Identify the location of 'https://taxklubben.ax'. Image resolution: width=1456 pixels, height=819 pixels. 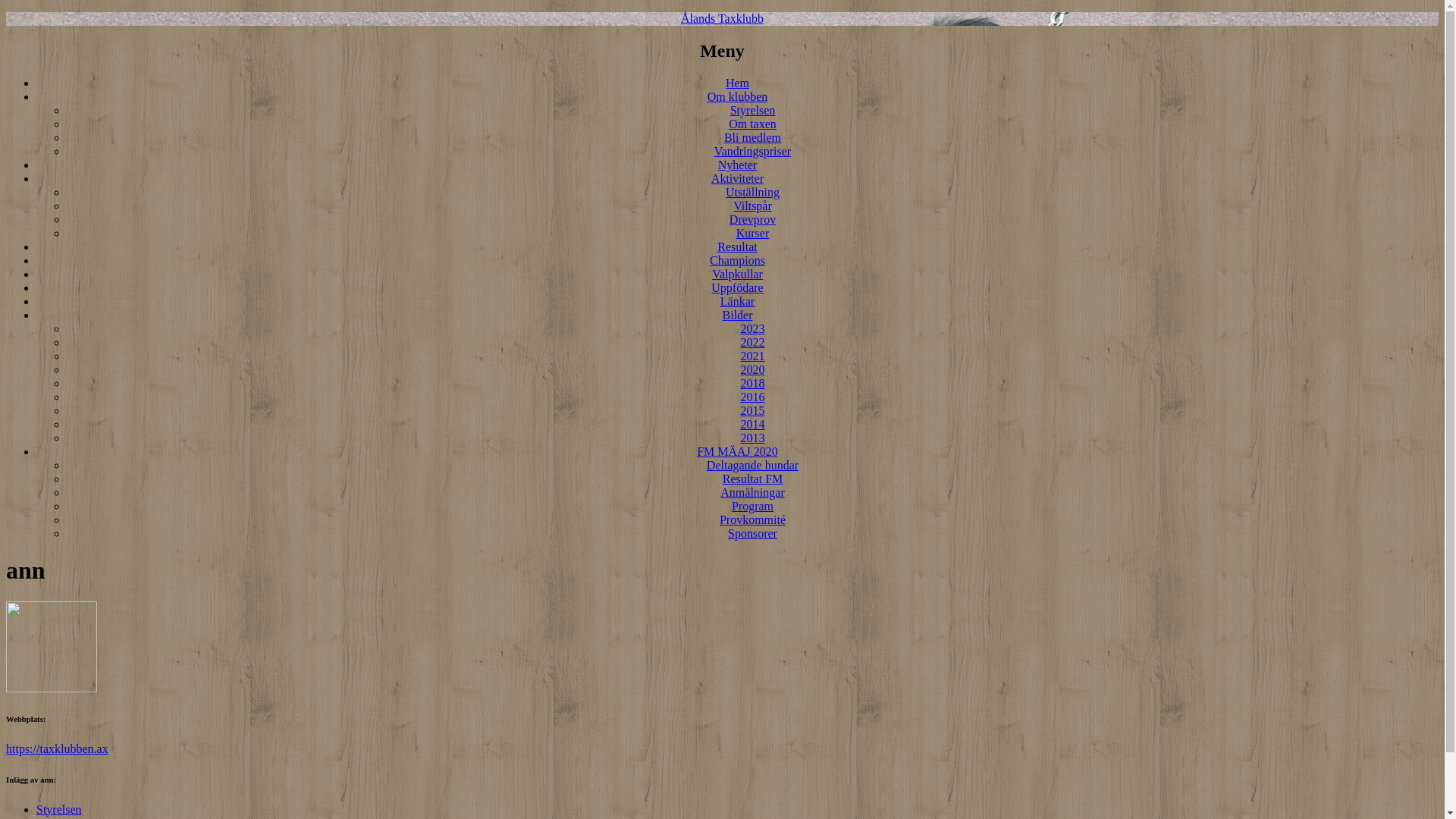
(57, 748).